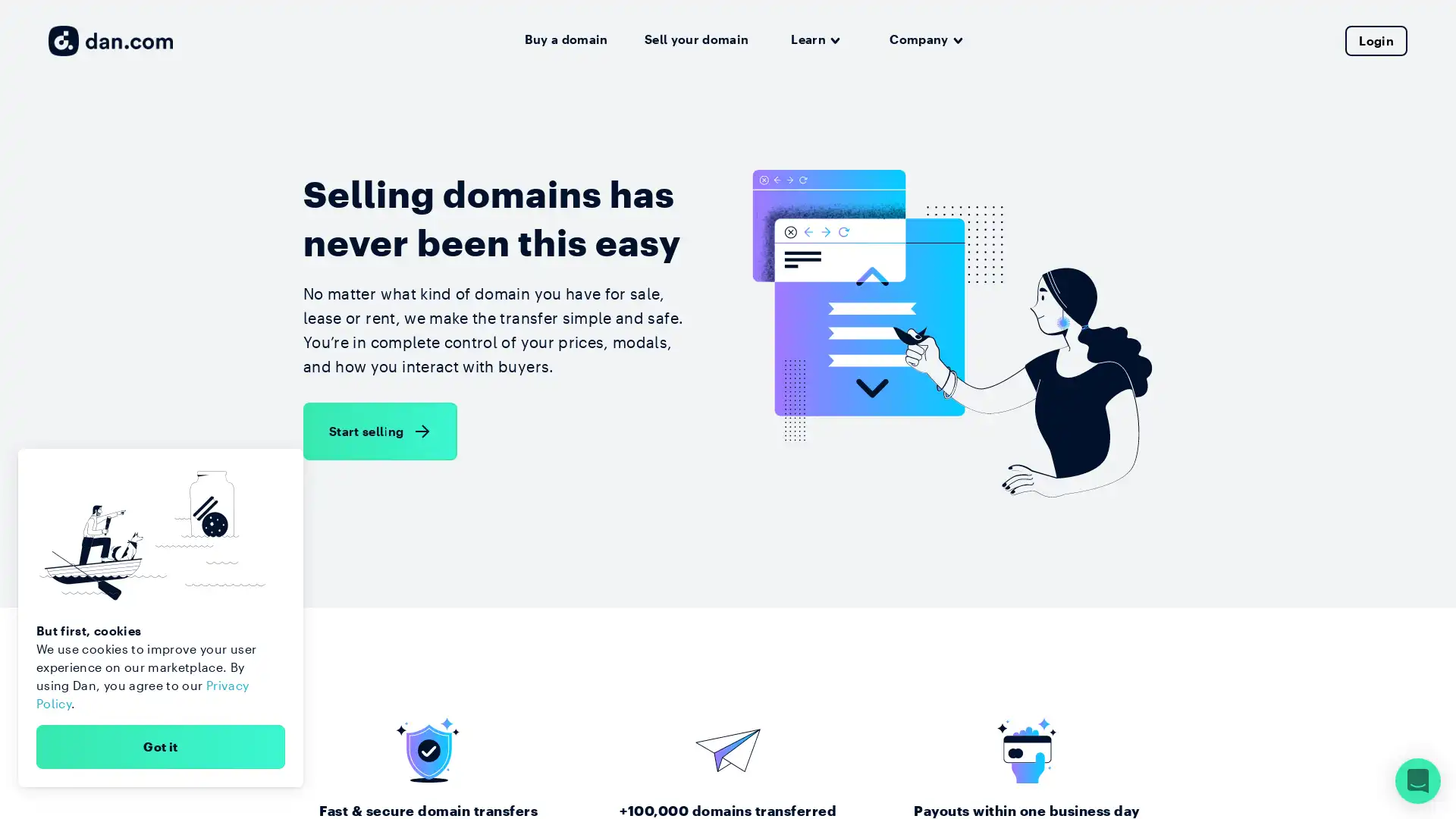 This screenshot has height=819, width=1456. I want to click on Company, so click(925, 39).